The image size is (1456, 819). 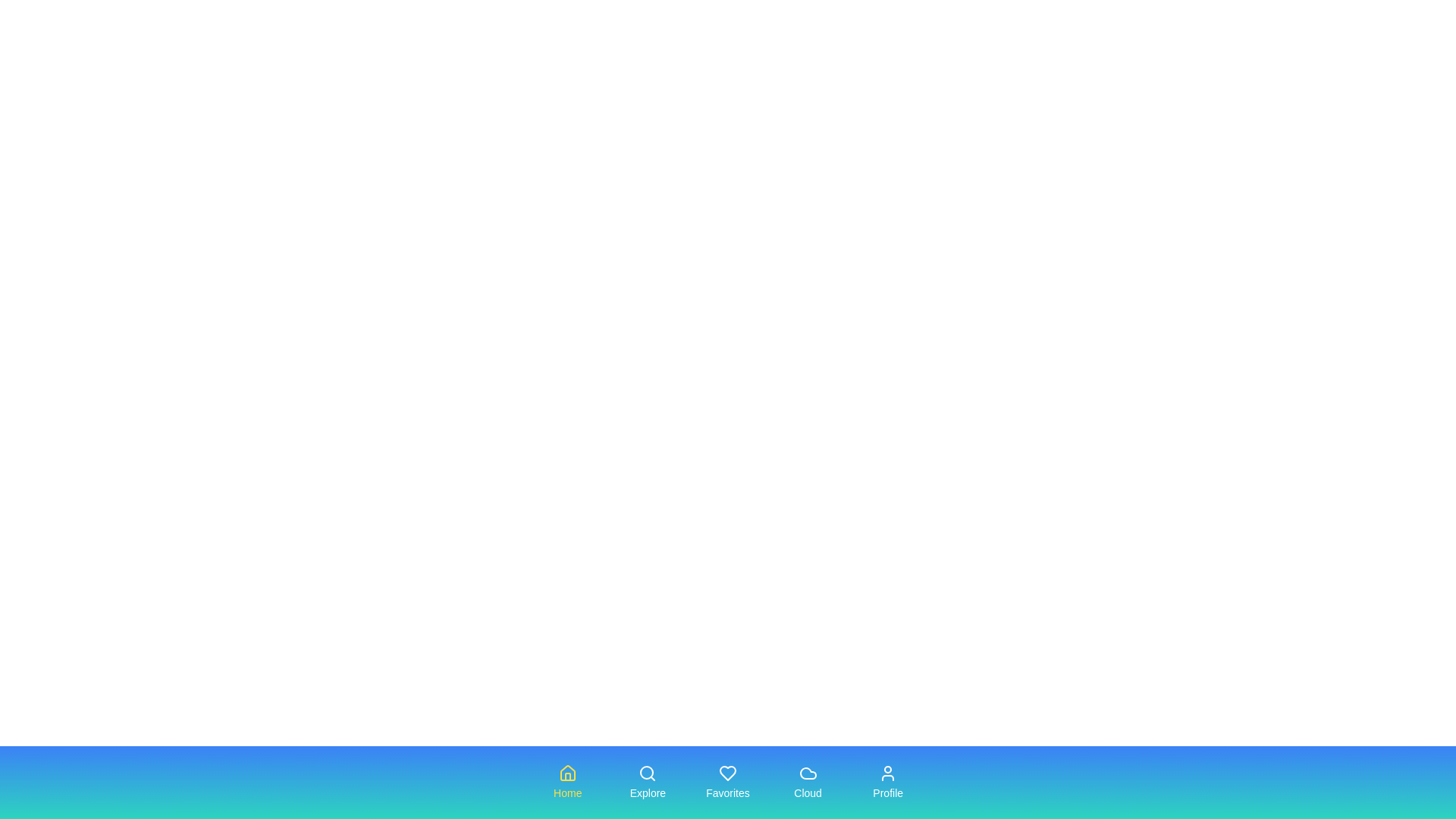 What do you see at coordinates (807, 783) in the screenshot?
I see `the tab labeled Cloud` at bounding box center [807, 783].